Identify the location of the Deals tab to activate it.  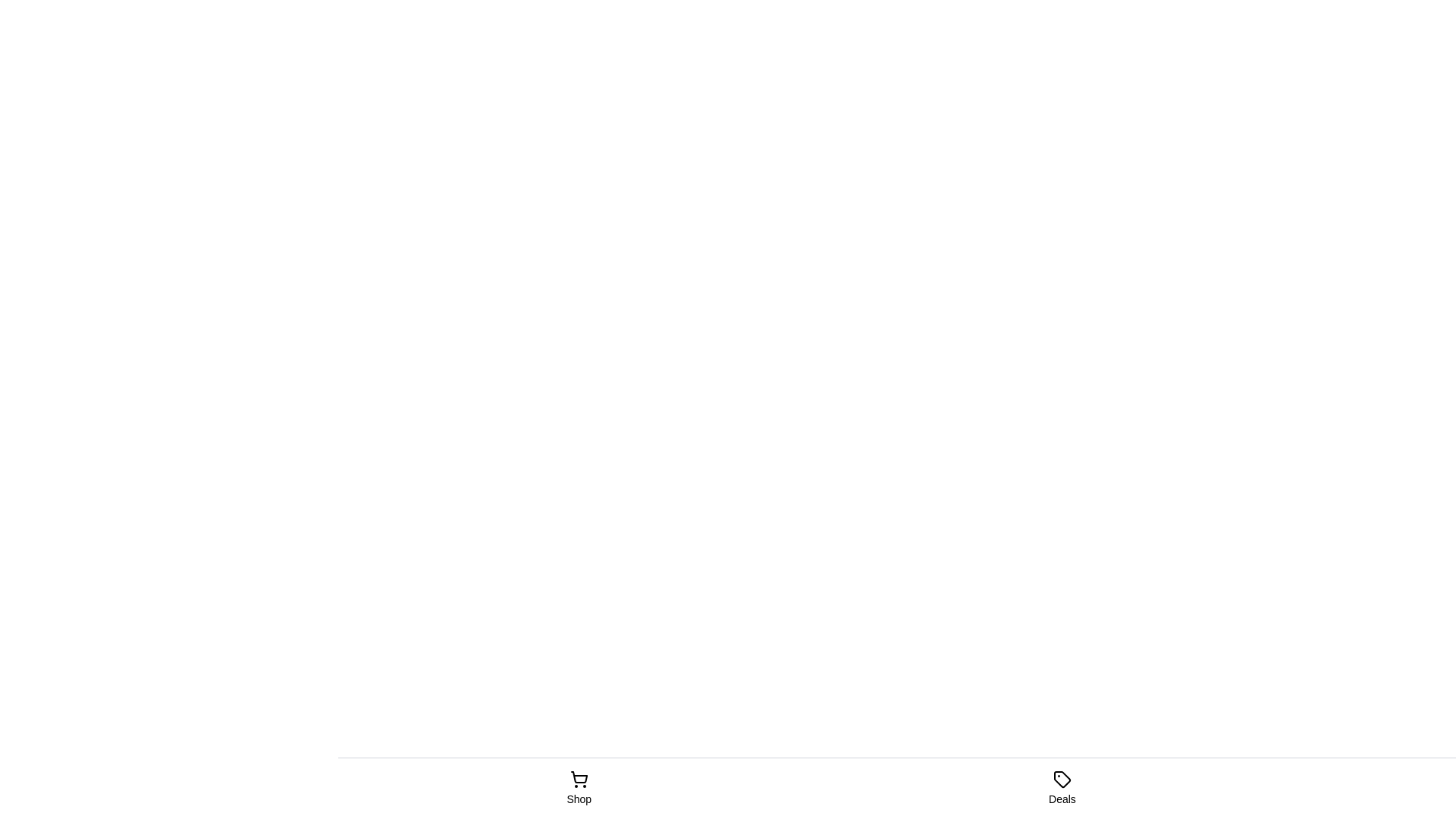
(1062, 788).